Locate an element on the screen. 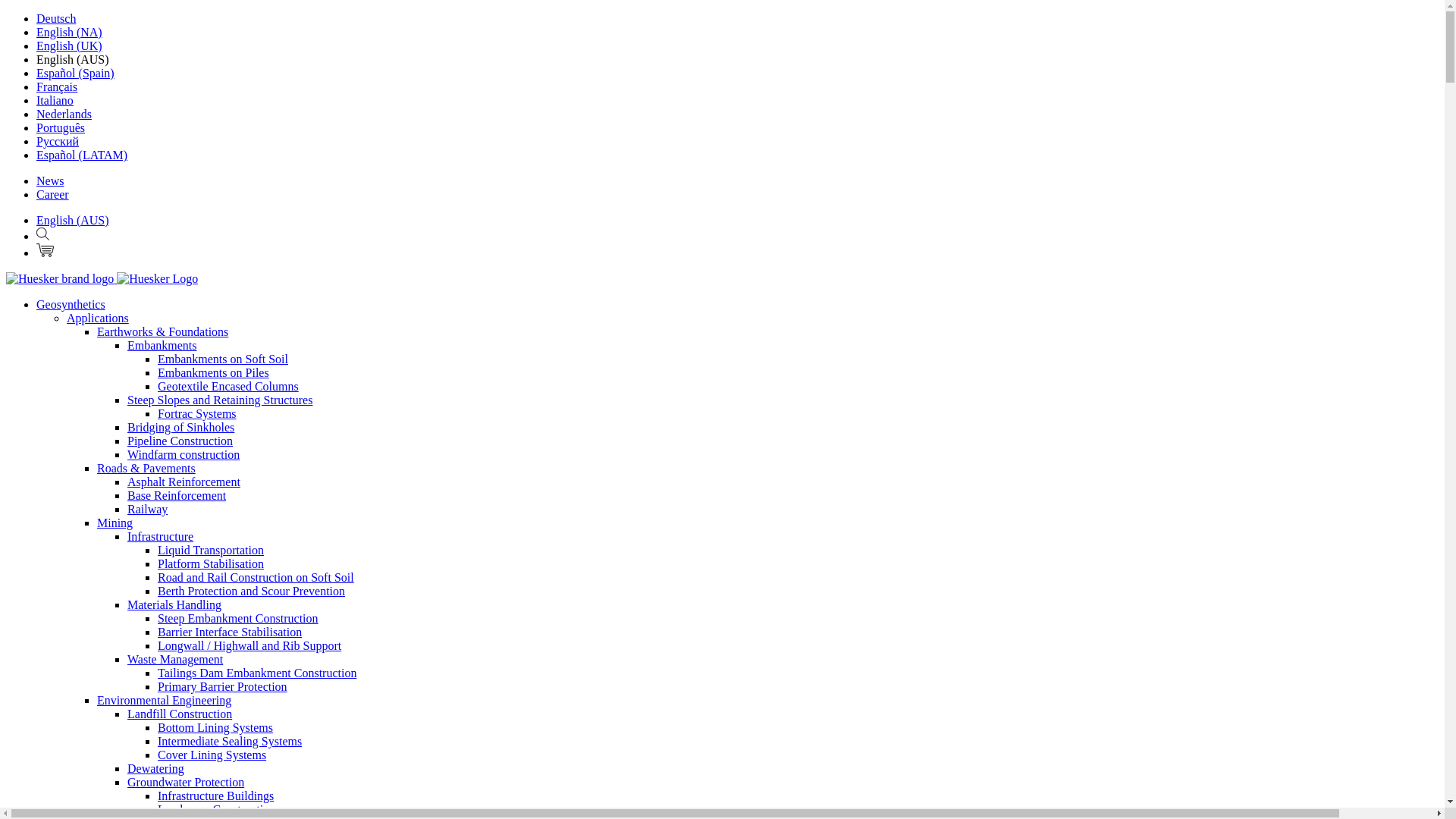  'Railway' is located at coordinates (147, 509).